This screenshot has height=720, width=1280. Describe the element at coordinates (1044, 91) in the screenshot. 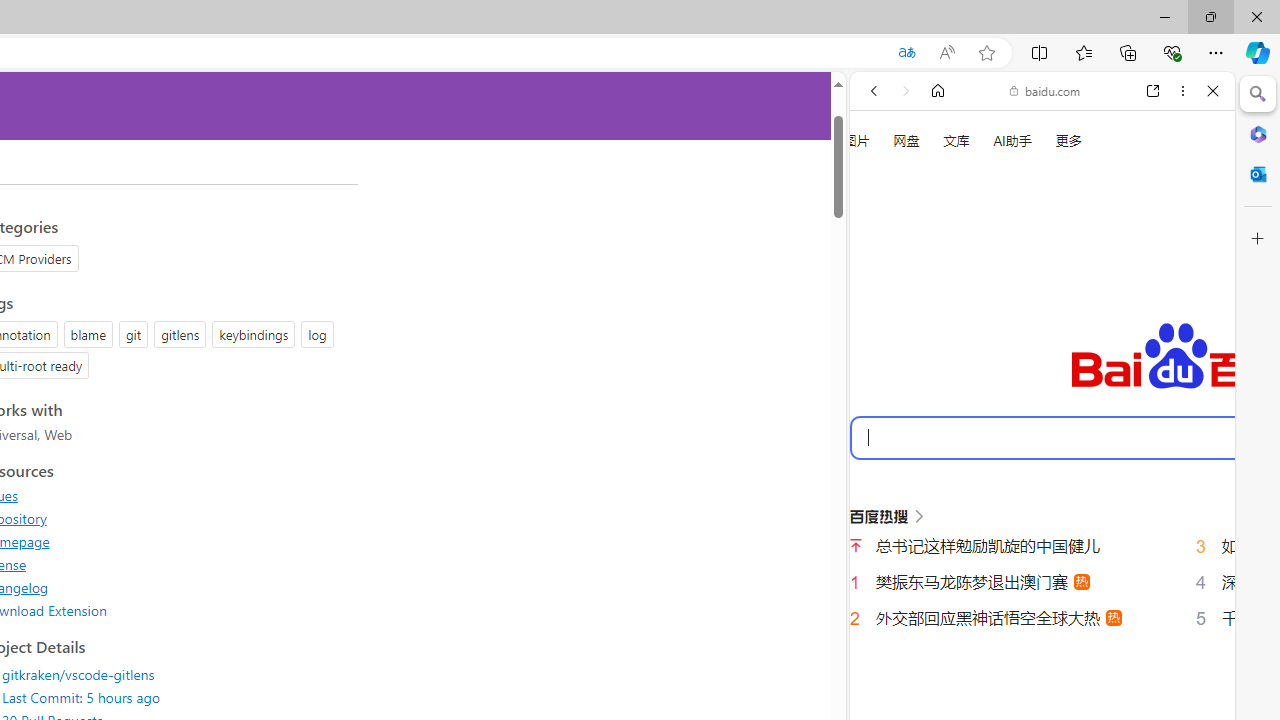

I see `'baidu.com'` at that location.